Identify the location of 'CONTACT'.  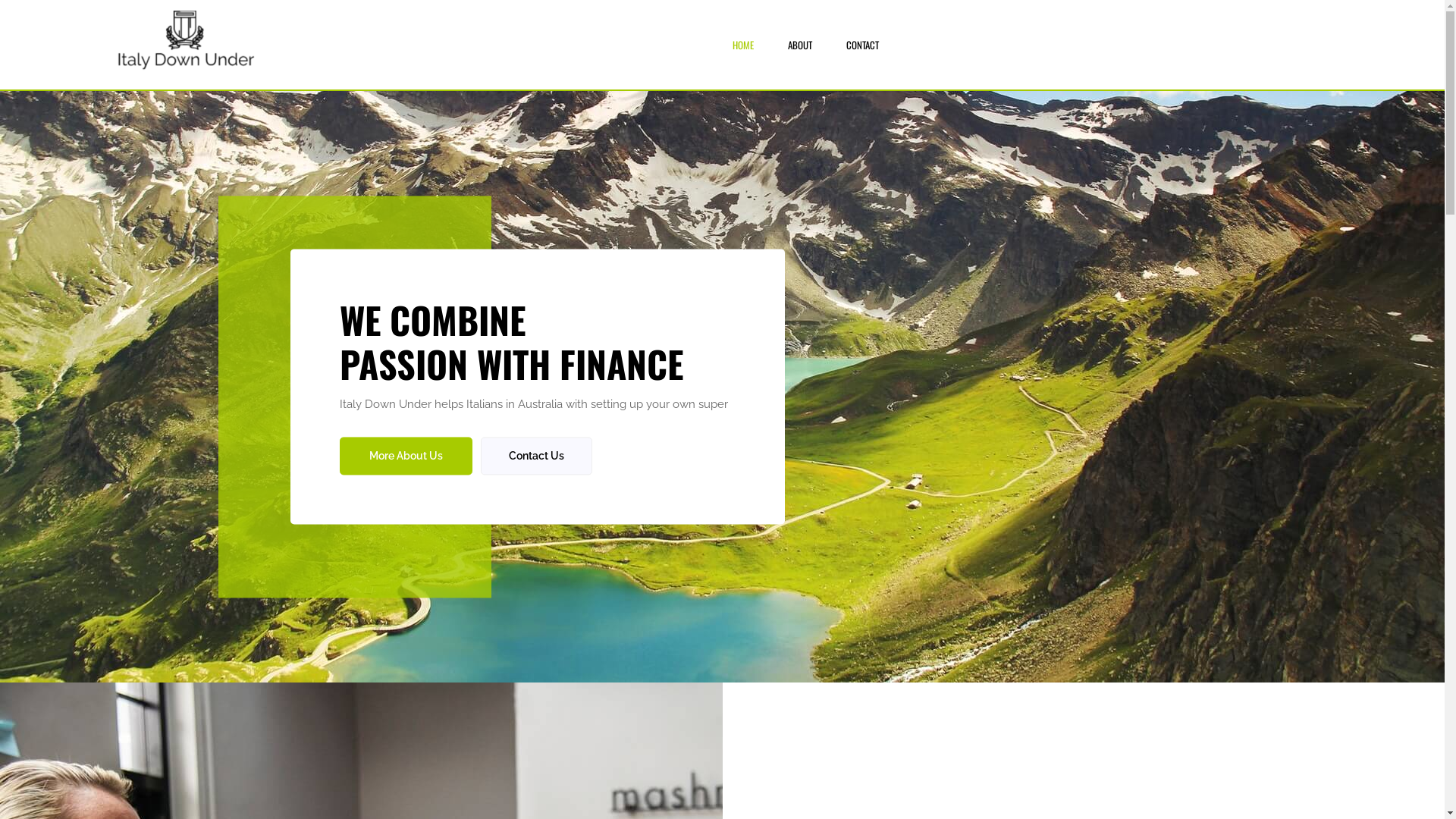
(846, 43).